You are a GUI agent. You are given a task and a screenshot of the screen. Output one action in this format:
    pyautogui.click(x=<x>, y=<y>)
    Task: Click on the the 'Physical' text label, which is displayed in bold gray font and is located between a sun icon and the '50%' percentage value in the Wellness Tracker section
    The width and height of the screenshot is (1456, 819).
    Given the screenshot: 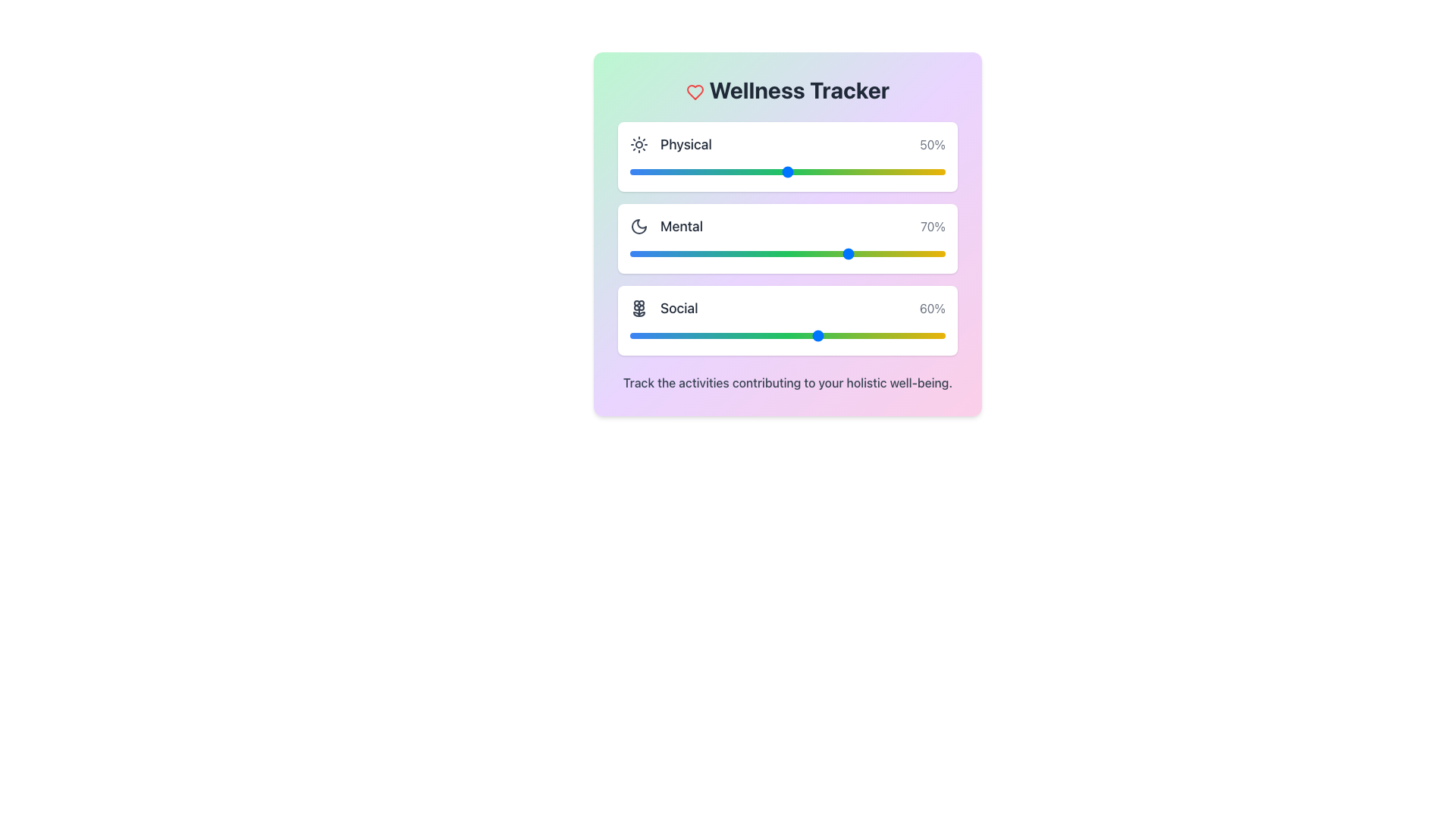 What is the action you would take?
    pyautogui.click(x=685, y=145)
    